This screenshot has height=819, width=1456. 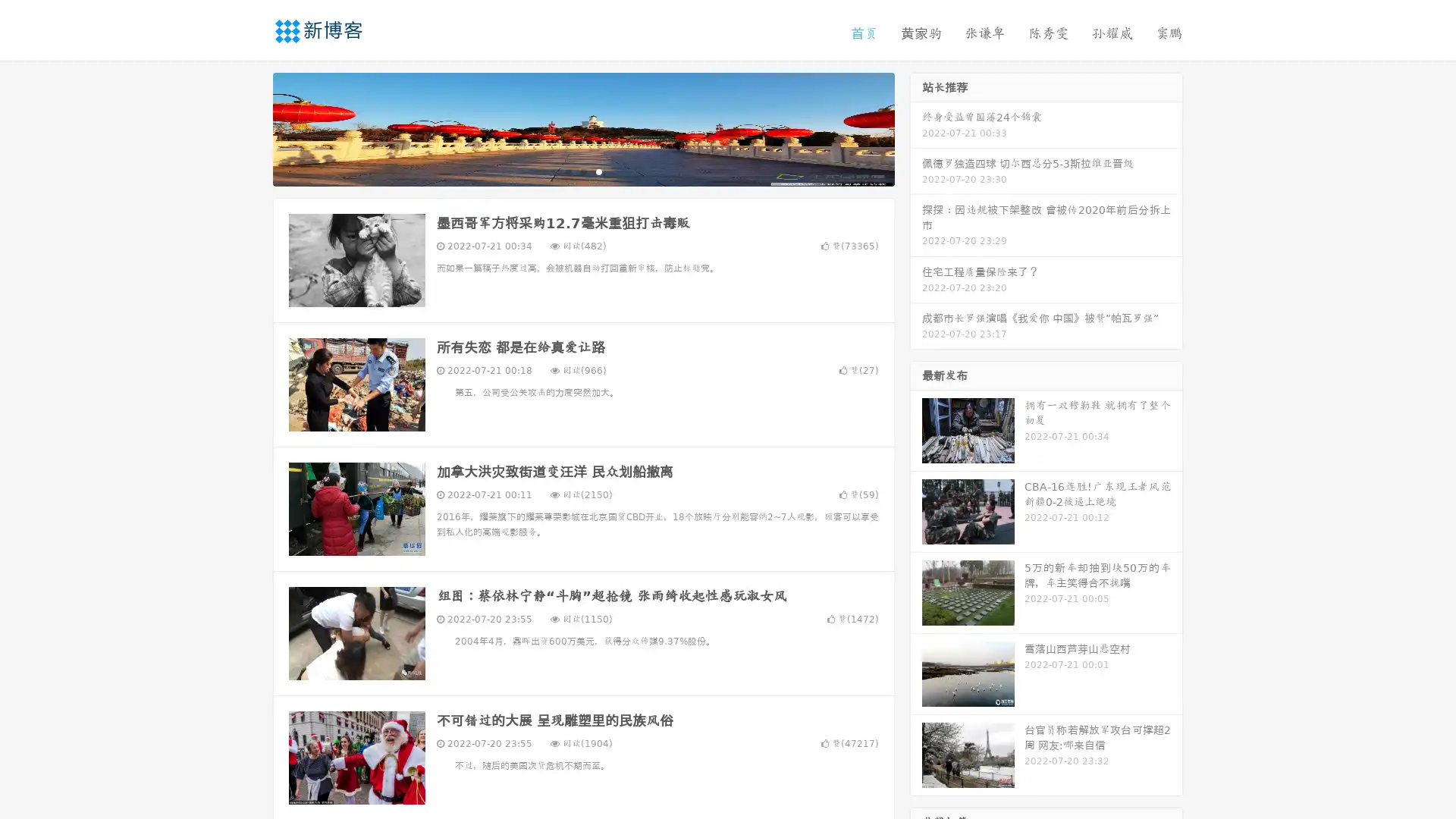 What do you see at coordinates (567, 171) in the screenshot?
I see `Go to slide 1` at bounding box center [567, 171].